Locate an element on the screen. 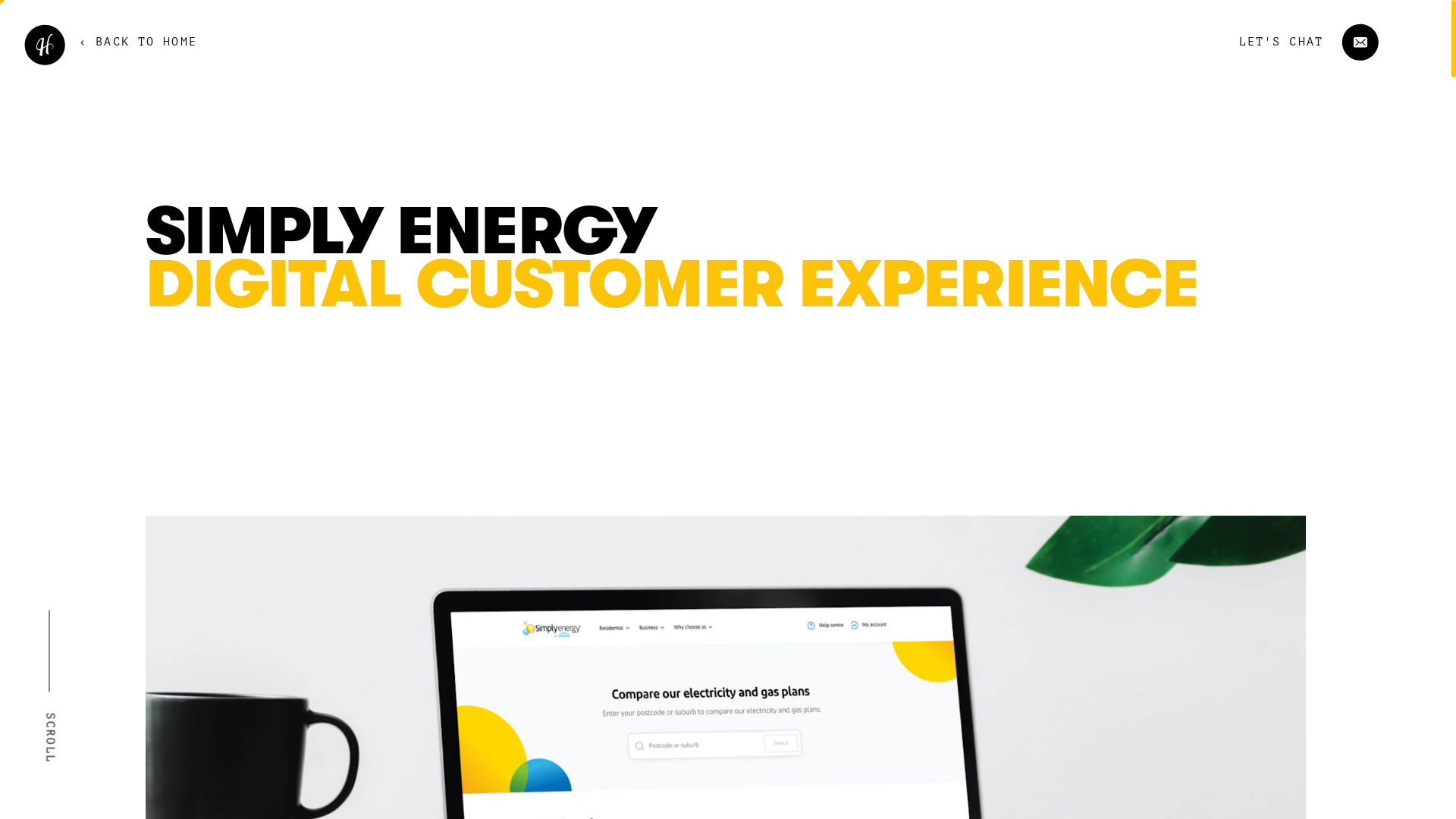  'LET'S CHAT is located at coordinates (1290, 41).